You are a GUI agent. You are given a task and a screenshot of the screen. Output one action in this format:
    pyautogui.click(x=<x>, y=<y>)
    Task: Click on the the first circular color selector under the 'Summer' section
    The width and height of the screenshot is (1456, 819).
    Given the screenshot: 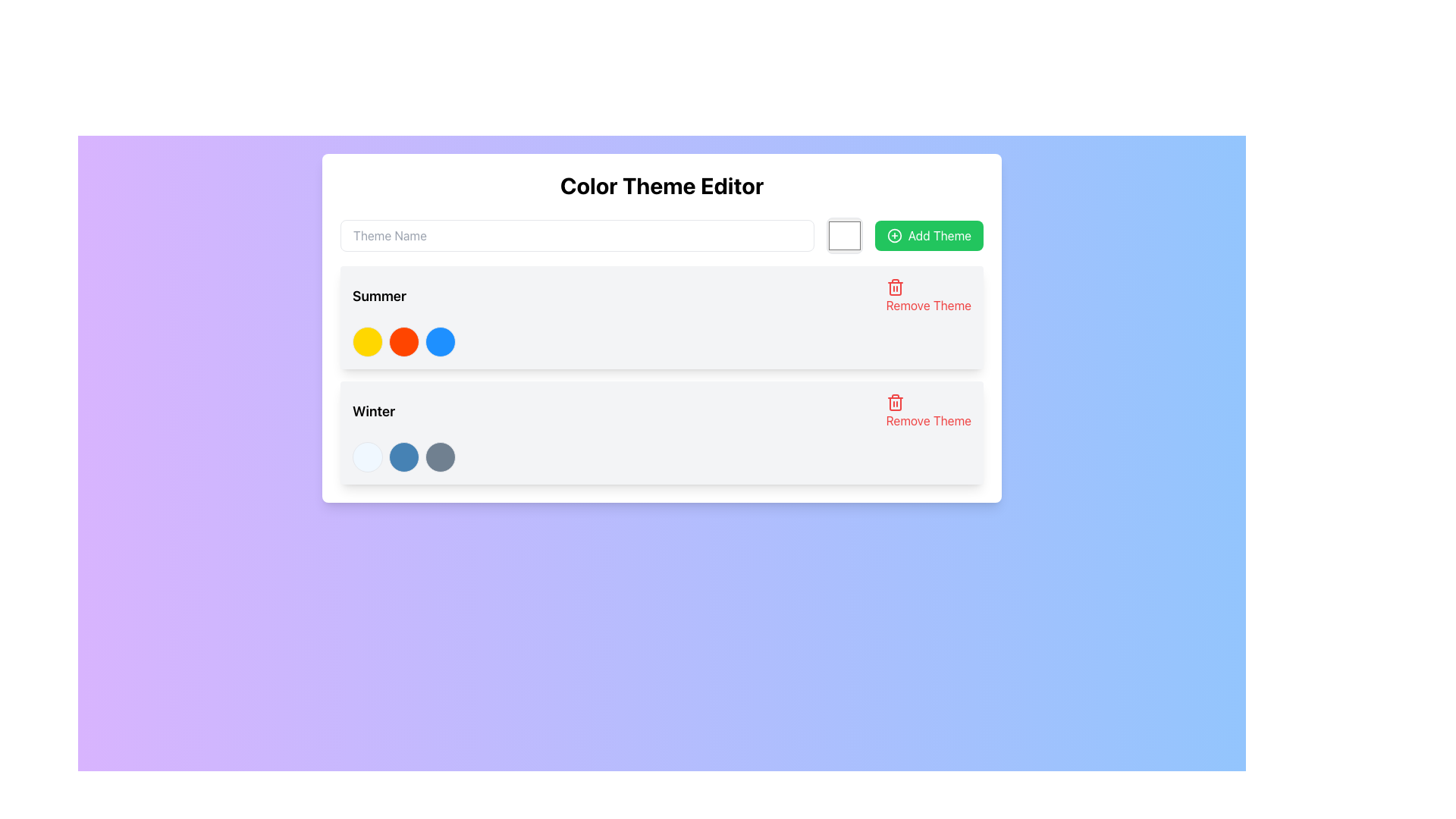 What is the action you would take?
    pyautogui.click(x=367, y=342)
    